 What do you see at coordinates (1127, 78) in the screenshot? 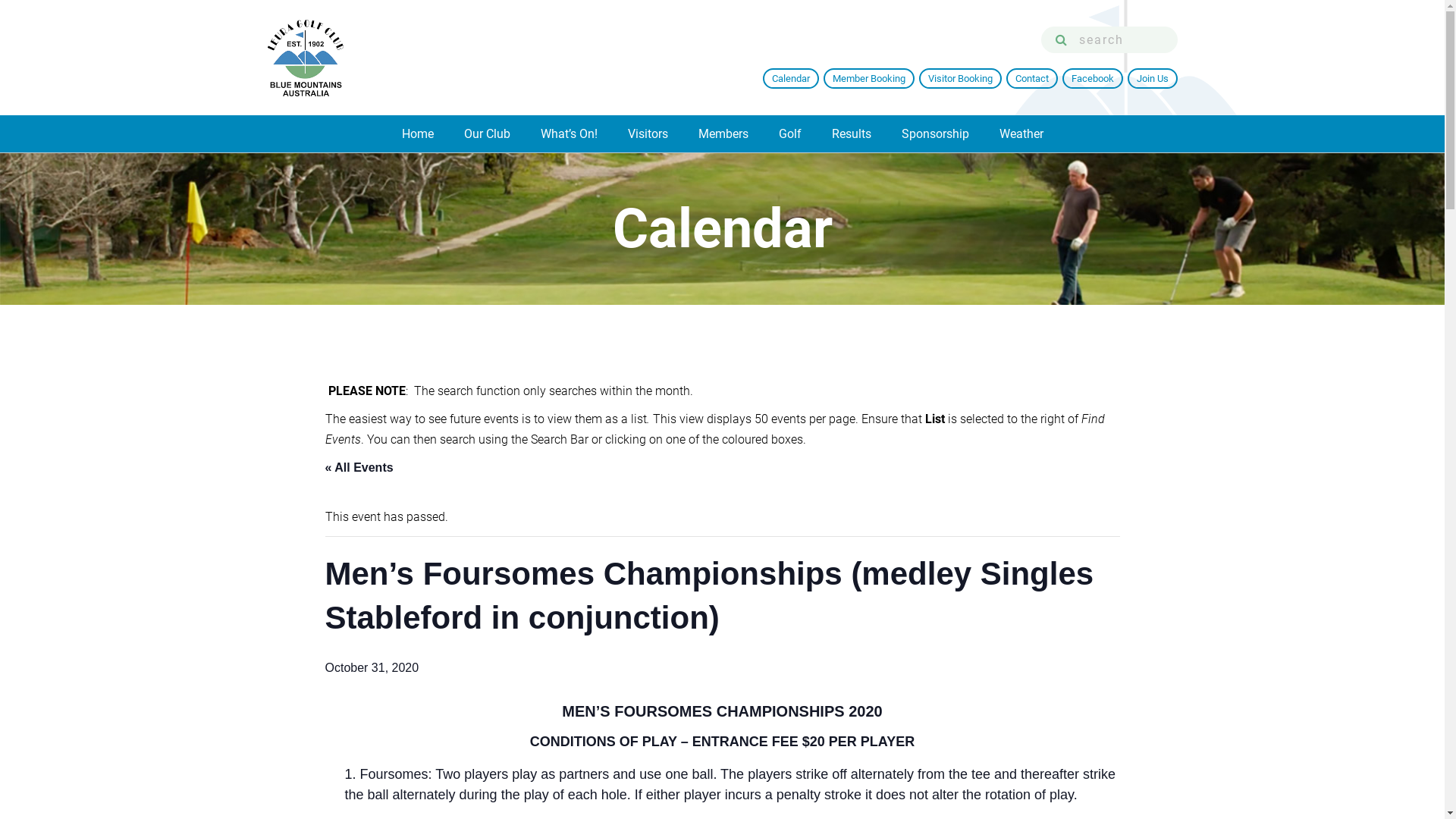
I see `'Join Us'` at bounding box center [1127, 78].